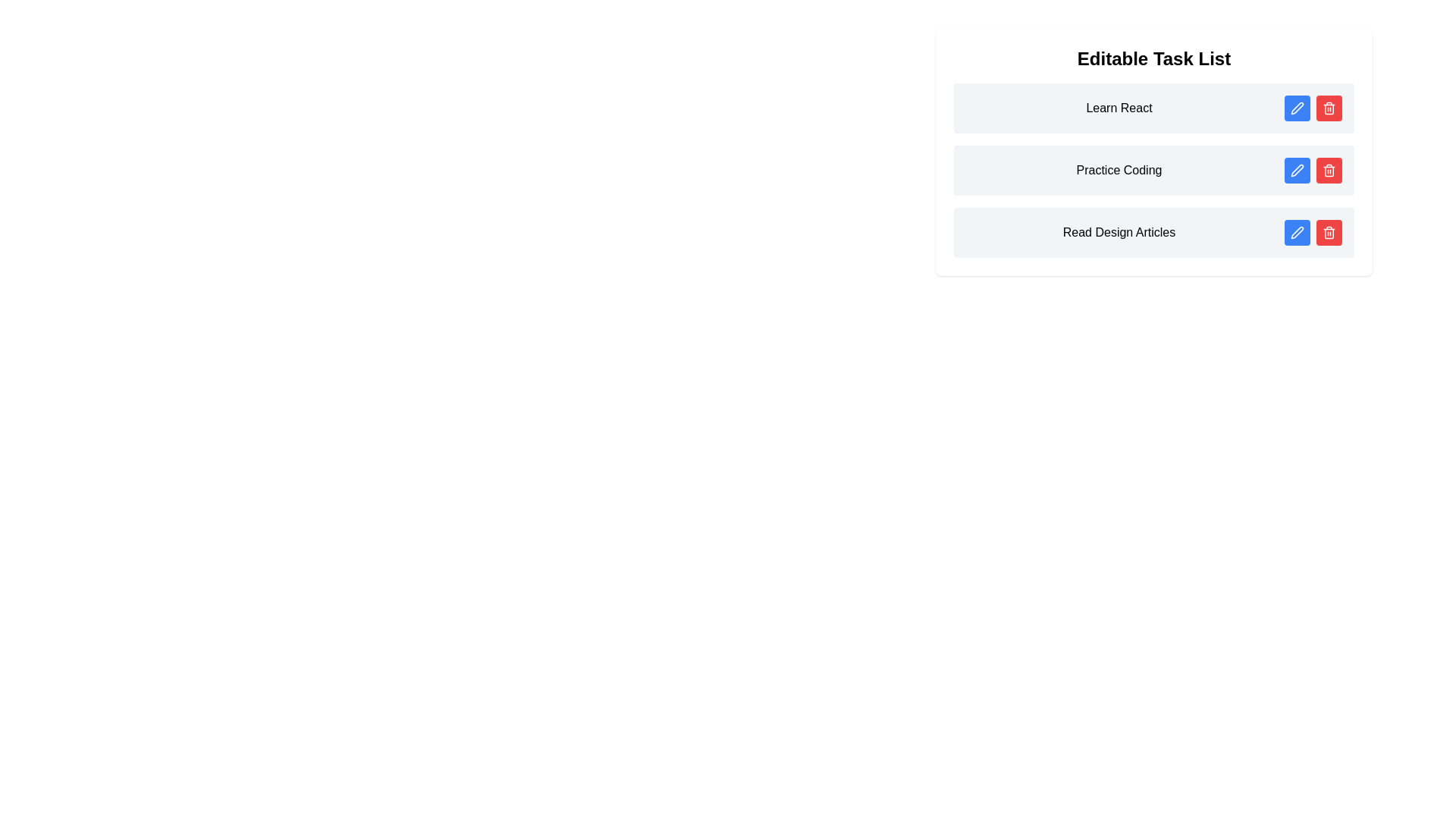 The image size is (1456, 819). I want to click on the pen icon within the blue circular button located to the right of the 'Learn React' list entry, so click(1296, 107).